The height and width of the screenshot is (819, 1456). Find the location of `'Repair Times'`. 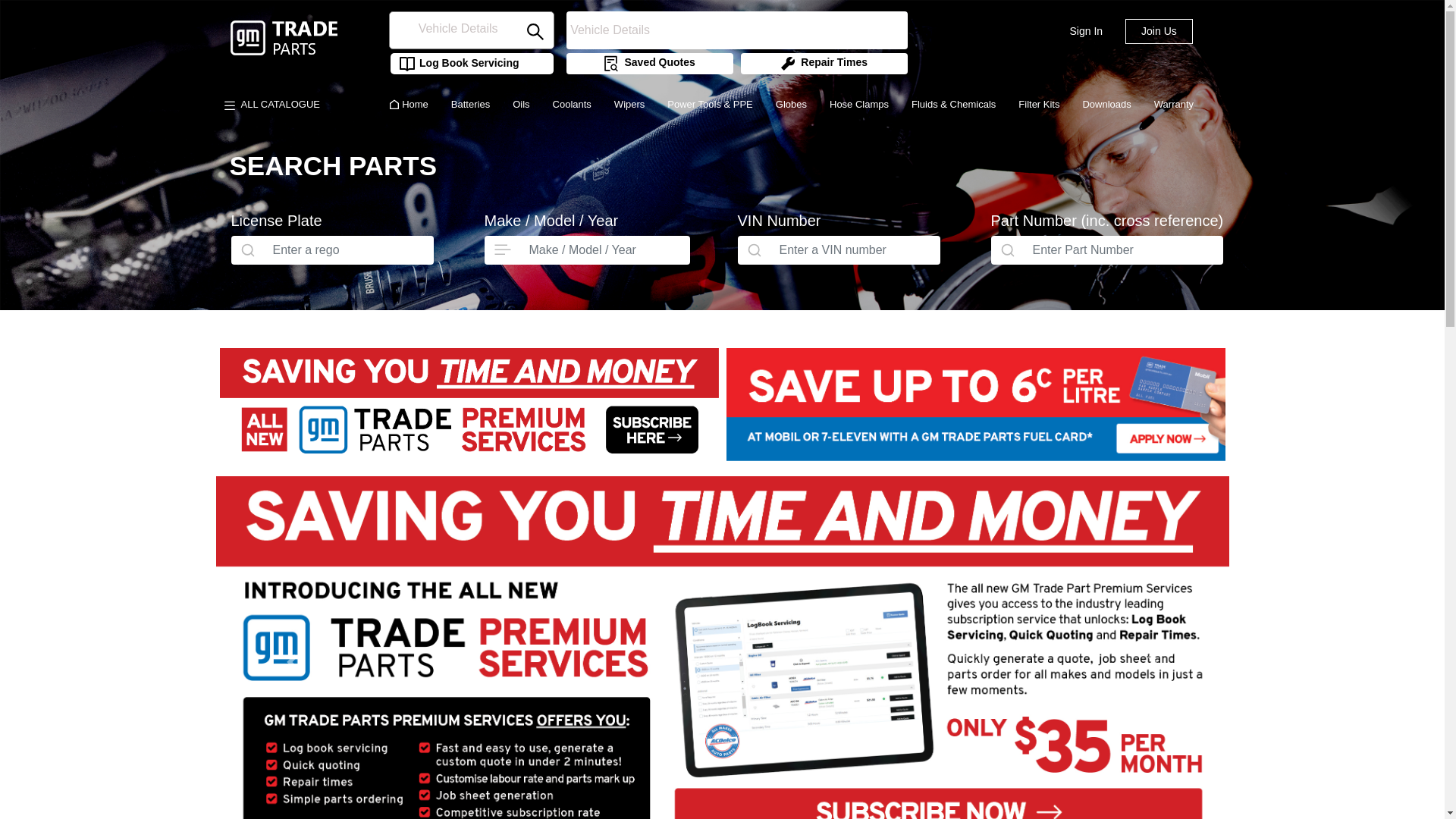

'Repair Times' is located at coordinates (822, 63).